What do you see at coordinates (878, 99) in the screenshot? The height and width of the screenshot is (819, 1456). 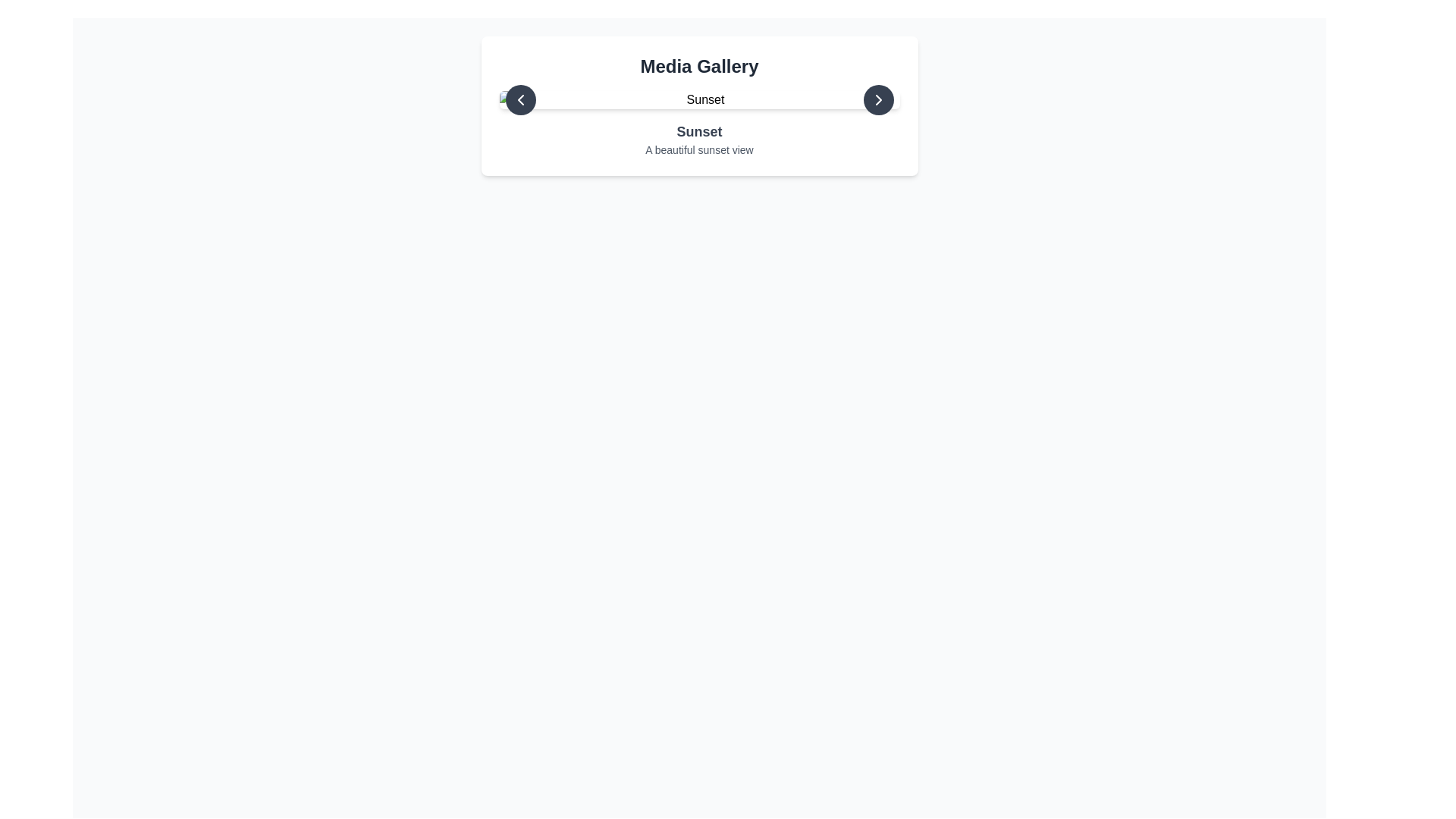 I see `the right-side button in the media gallery` at bounding box center [878, 99].